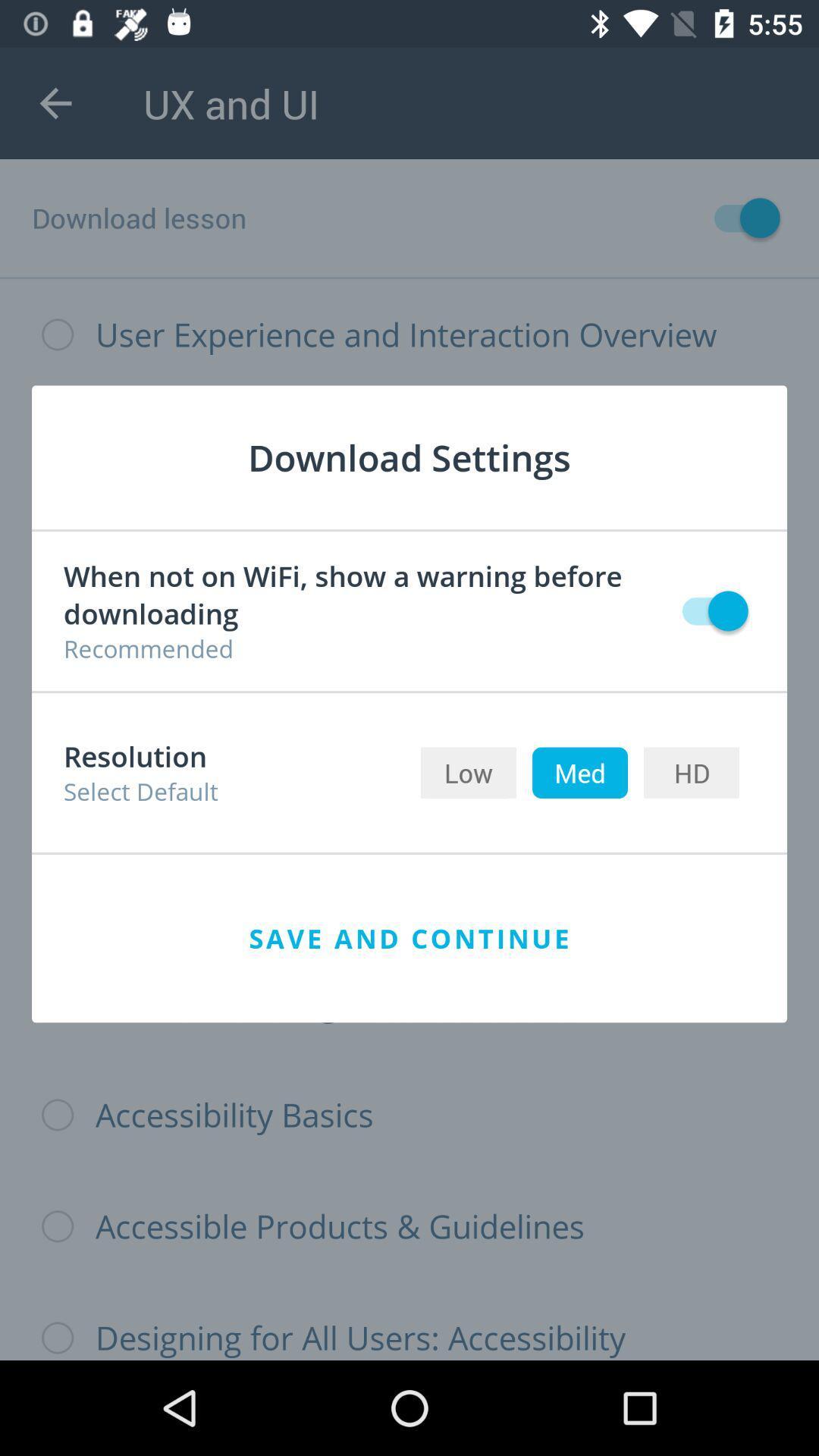 The image size is (819, 1456). I want to click on wifi warning, so click(708, 610).